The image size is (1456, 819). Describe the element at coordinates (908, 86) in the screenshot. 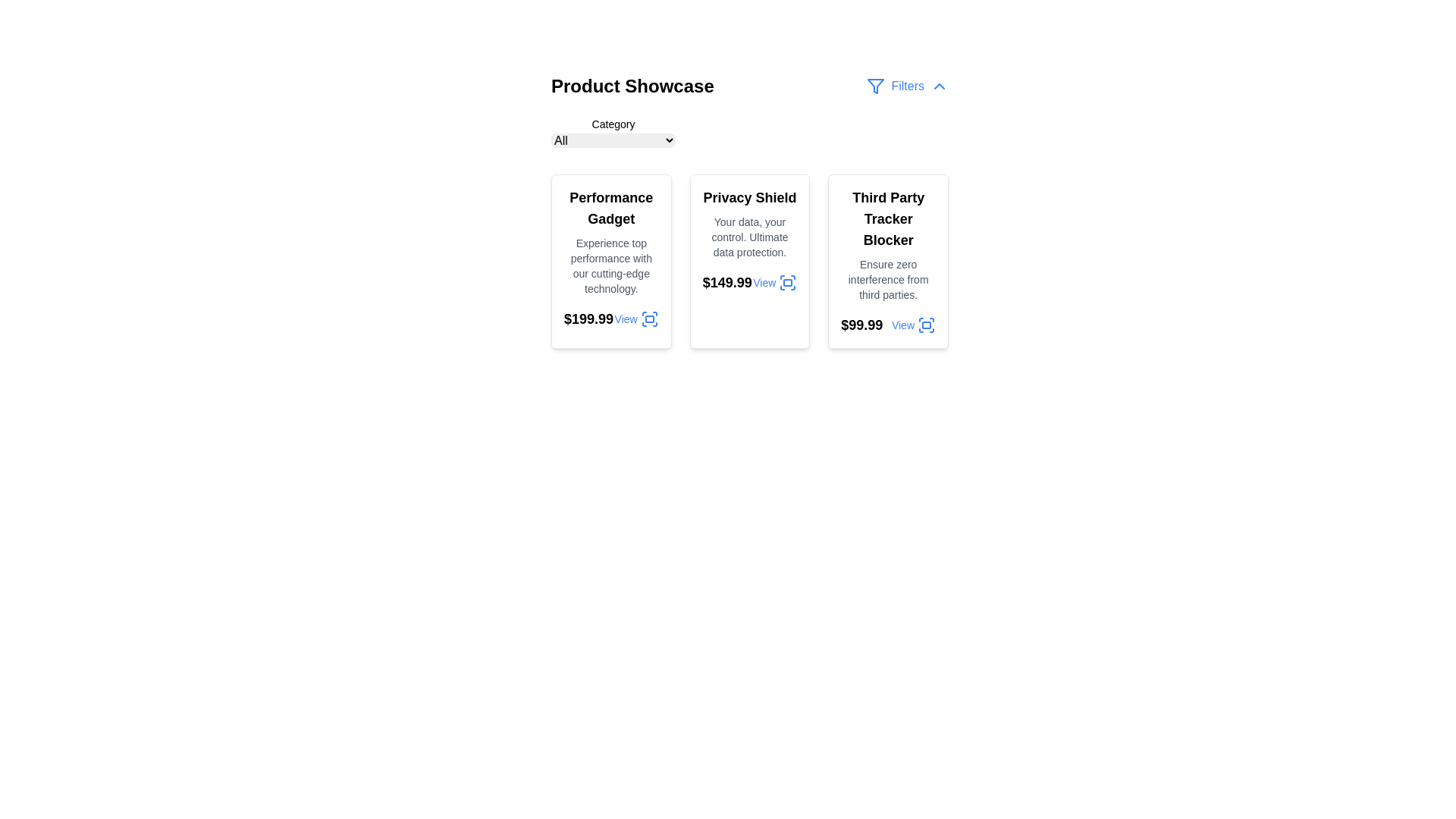

I see `the dropdown toggle button labeled 'Filters' with a blue filter icon` at that location.